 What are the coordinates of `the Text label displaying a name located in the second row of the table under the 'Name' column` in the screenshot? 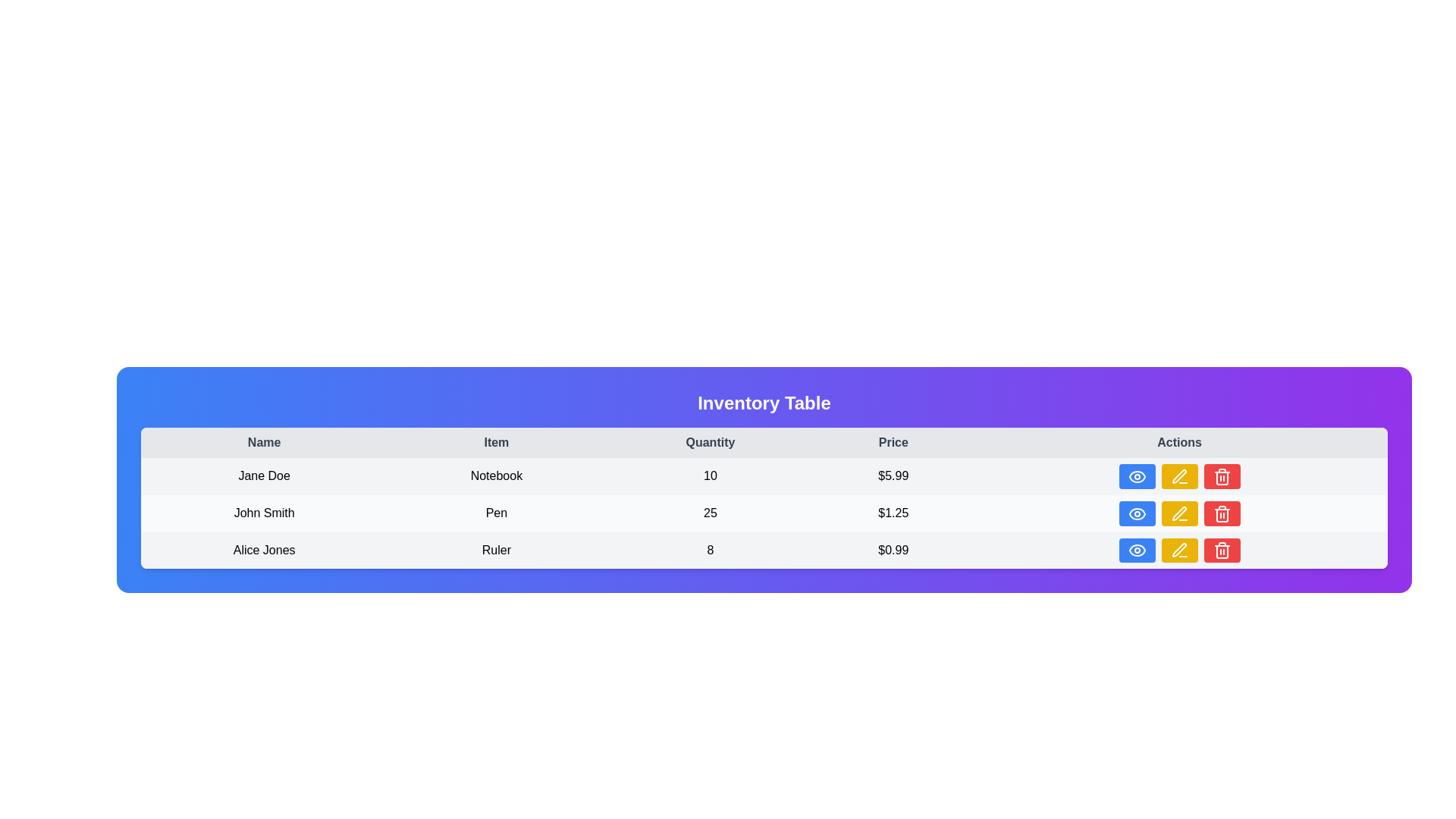 It's located at (264, 513).